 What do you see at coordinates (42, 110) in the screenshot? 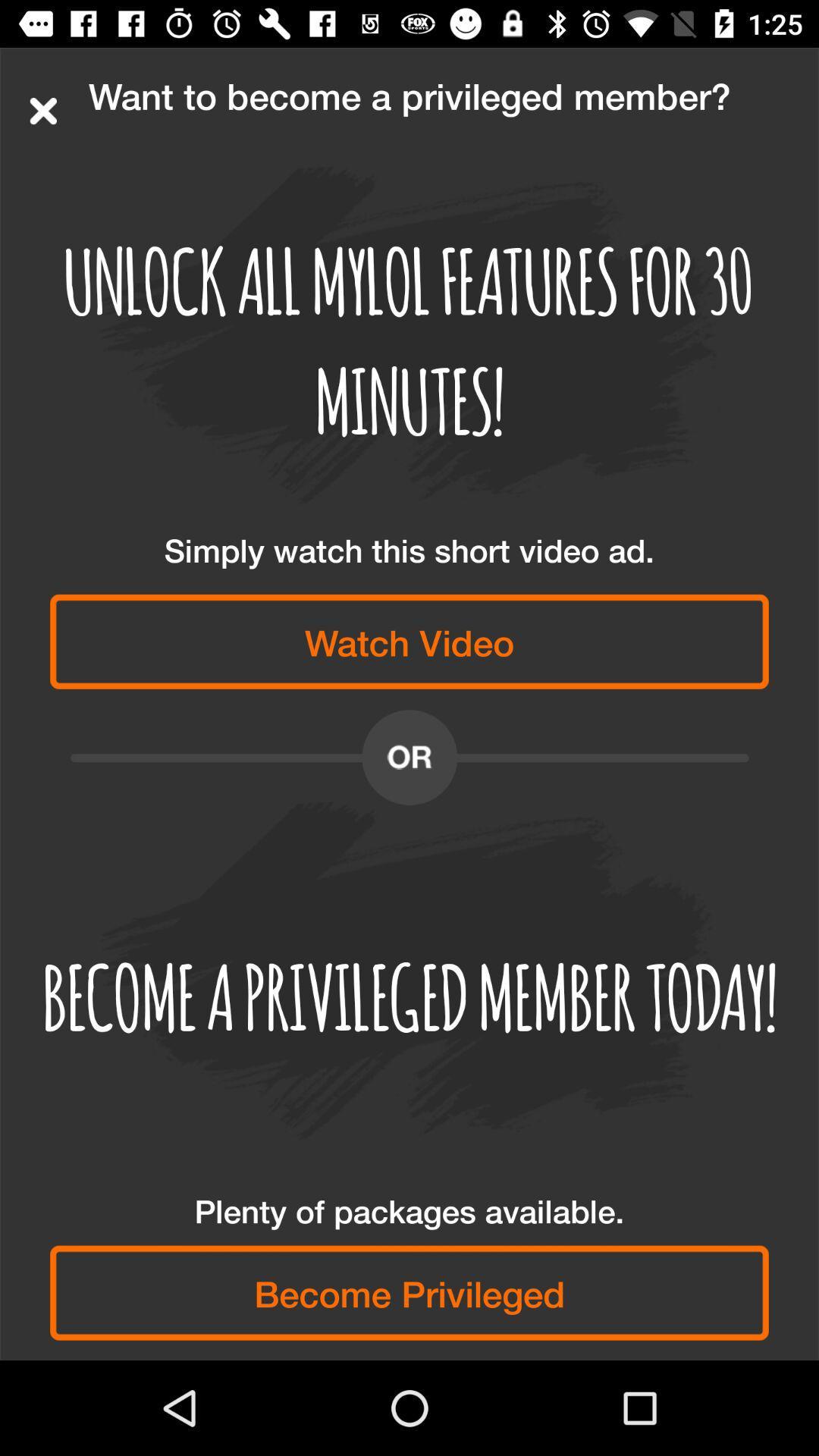
I see `the icon at the top left corner` at bounding box center [42, 110].